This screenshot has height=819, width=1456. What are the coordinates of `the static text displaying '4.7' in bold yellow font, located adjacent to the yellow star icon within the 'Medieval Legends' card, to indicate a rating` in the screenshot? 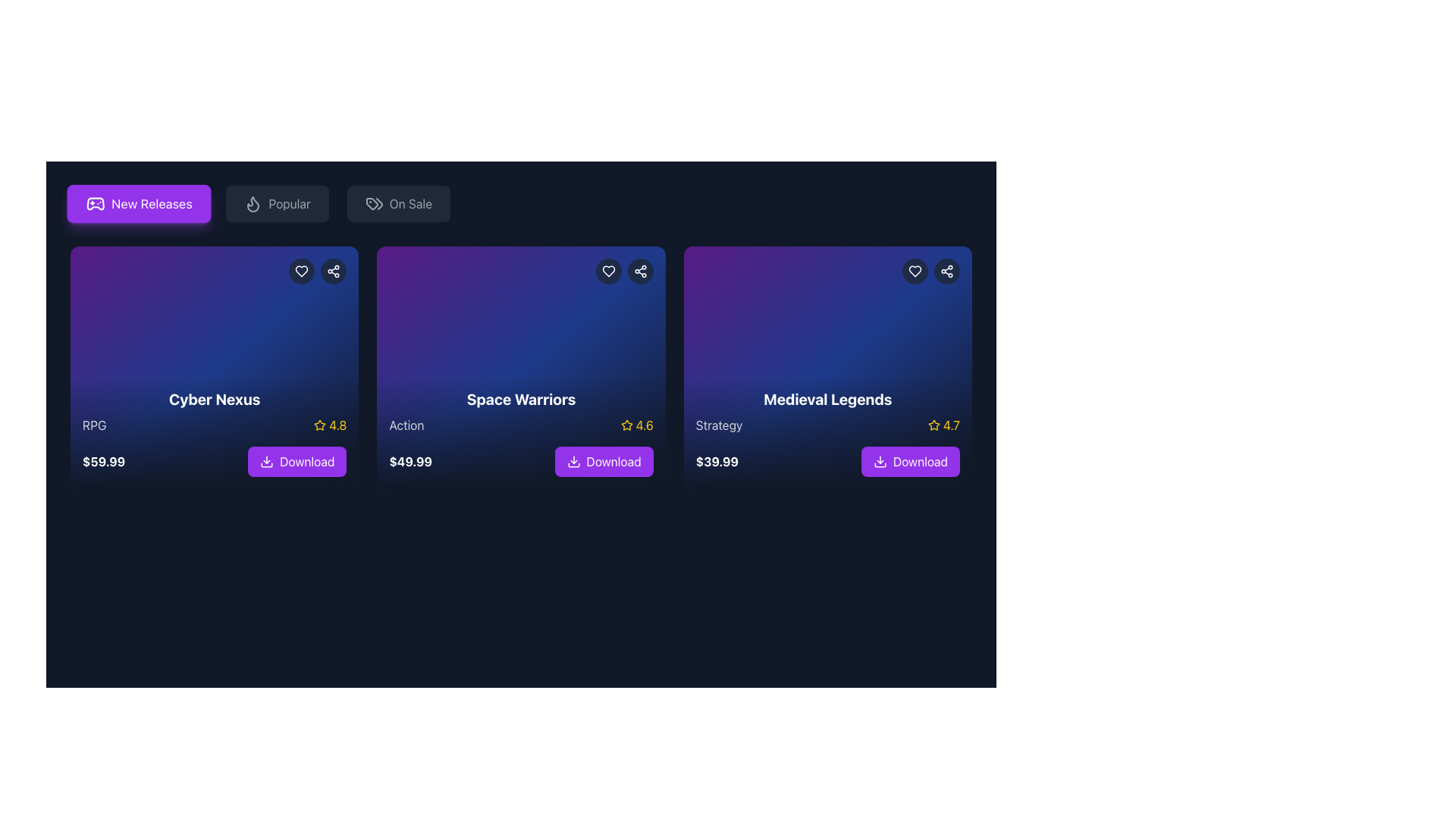 It's located at (950, 425).